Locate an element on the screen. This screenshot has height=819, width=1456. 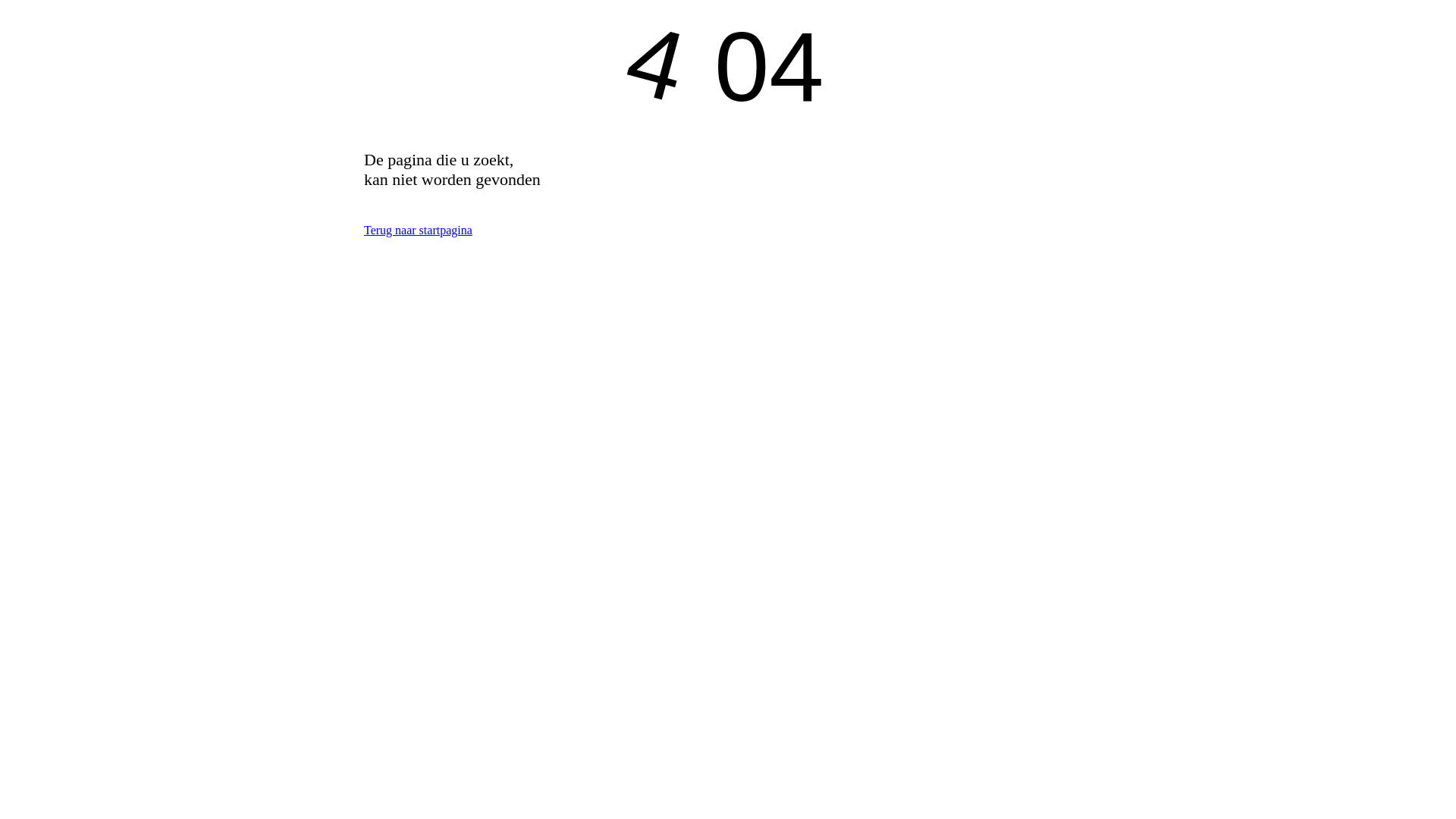
'Terug naar startpagina' is located at coordinates (364, 230).